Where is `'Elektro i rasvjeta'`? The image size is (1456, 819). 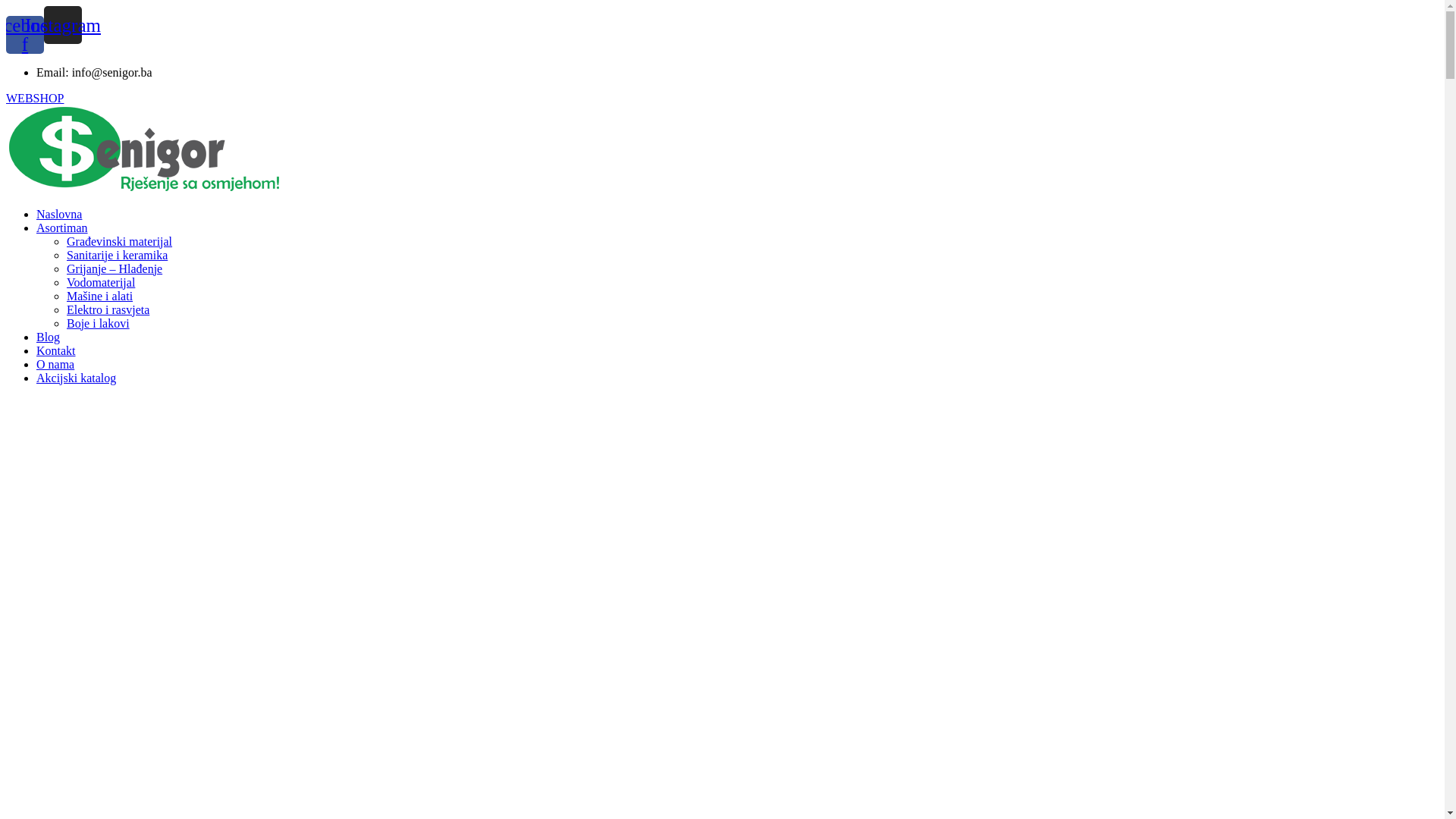
'Elektro i rasvjeta' is located at coordinates (65, 309).